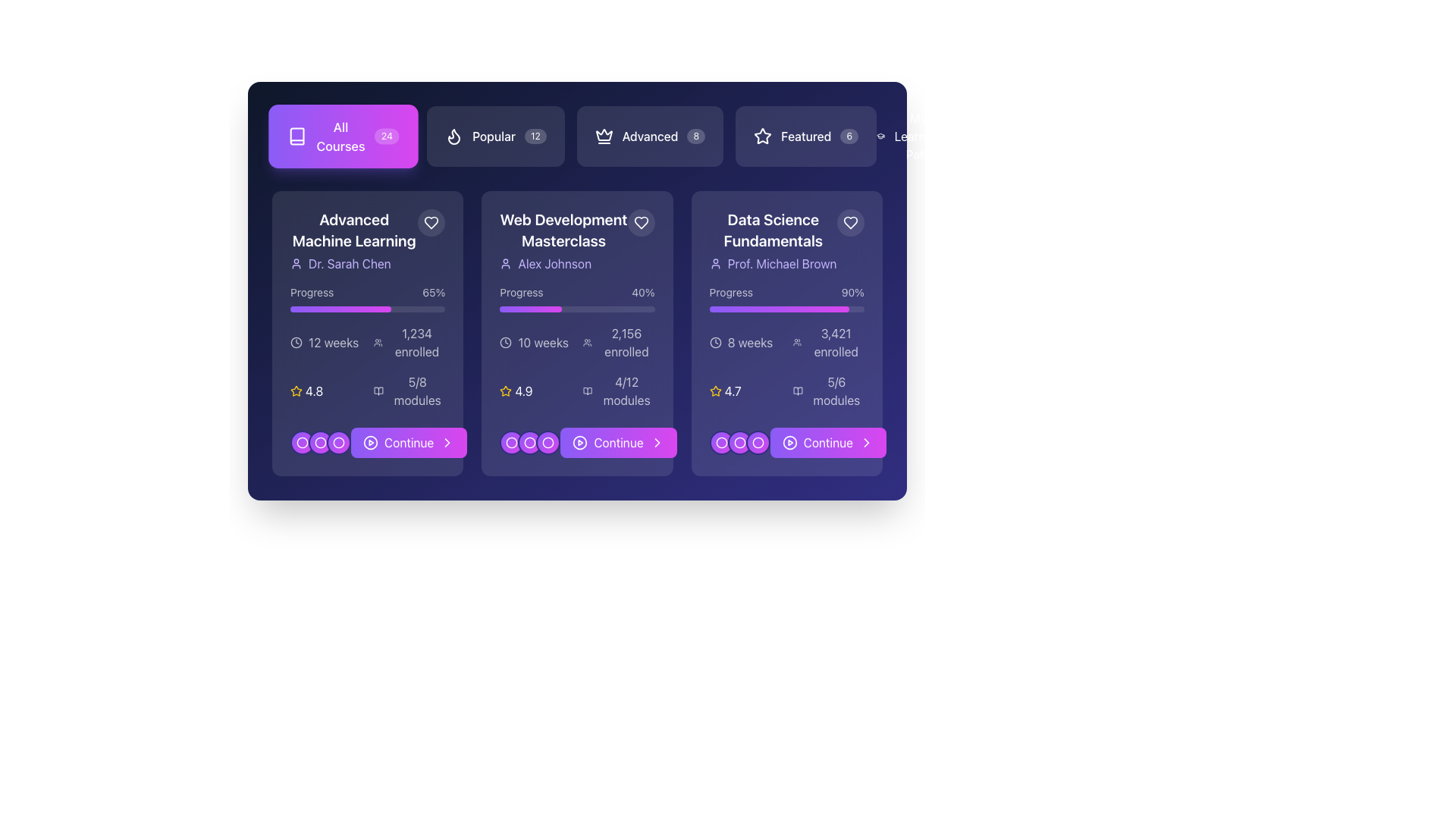 The image size is (1456, 819). Describe the element at coordinates (530, 442) in the screenshot. I see `the circular progress indicator with a filled purple color and white border located in the second course card at the center of the interface for information` at that location.